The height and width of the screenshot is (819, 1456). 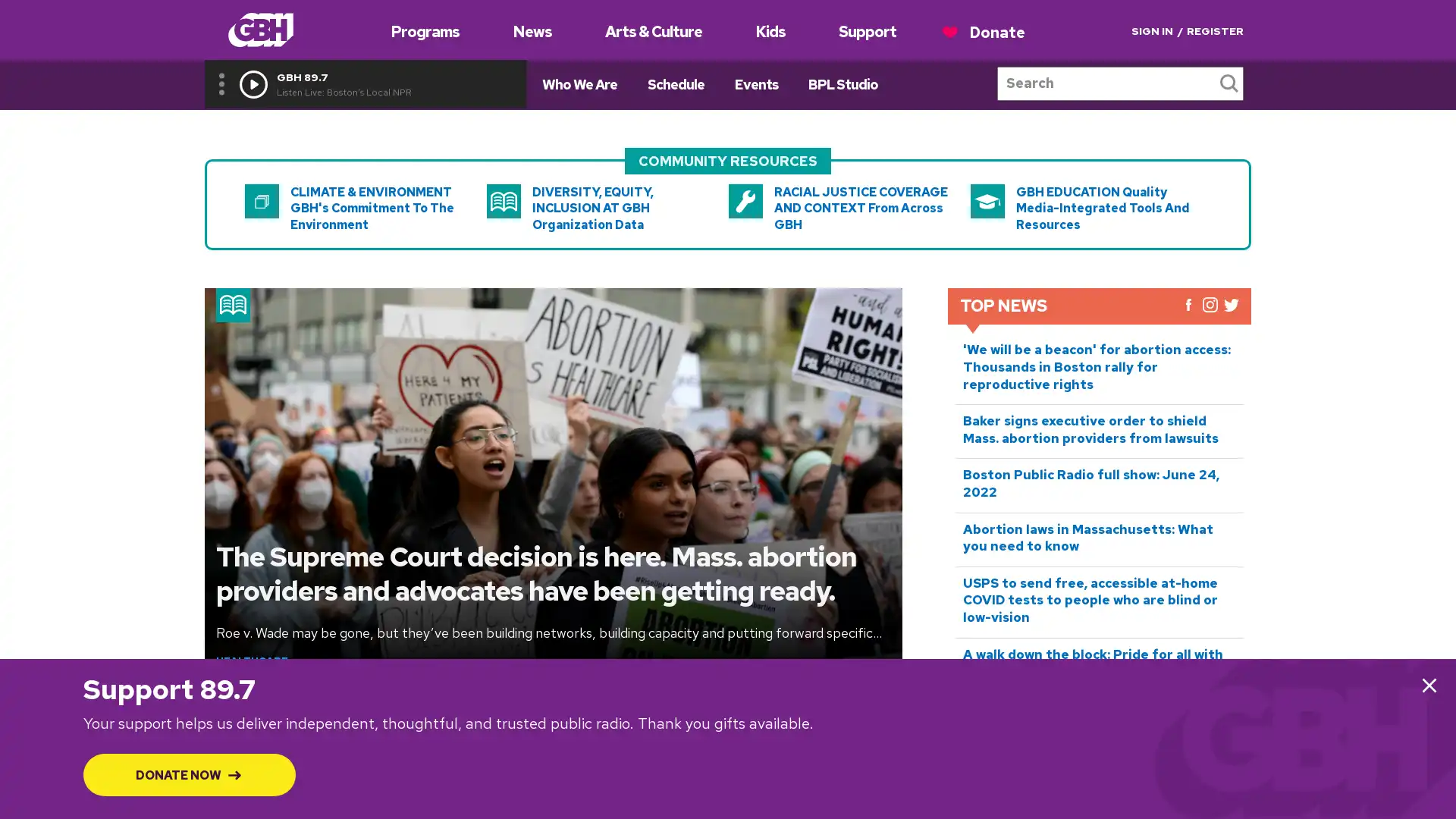 I want to click on Play audio, so click(x=253, y=83).